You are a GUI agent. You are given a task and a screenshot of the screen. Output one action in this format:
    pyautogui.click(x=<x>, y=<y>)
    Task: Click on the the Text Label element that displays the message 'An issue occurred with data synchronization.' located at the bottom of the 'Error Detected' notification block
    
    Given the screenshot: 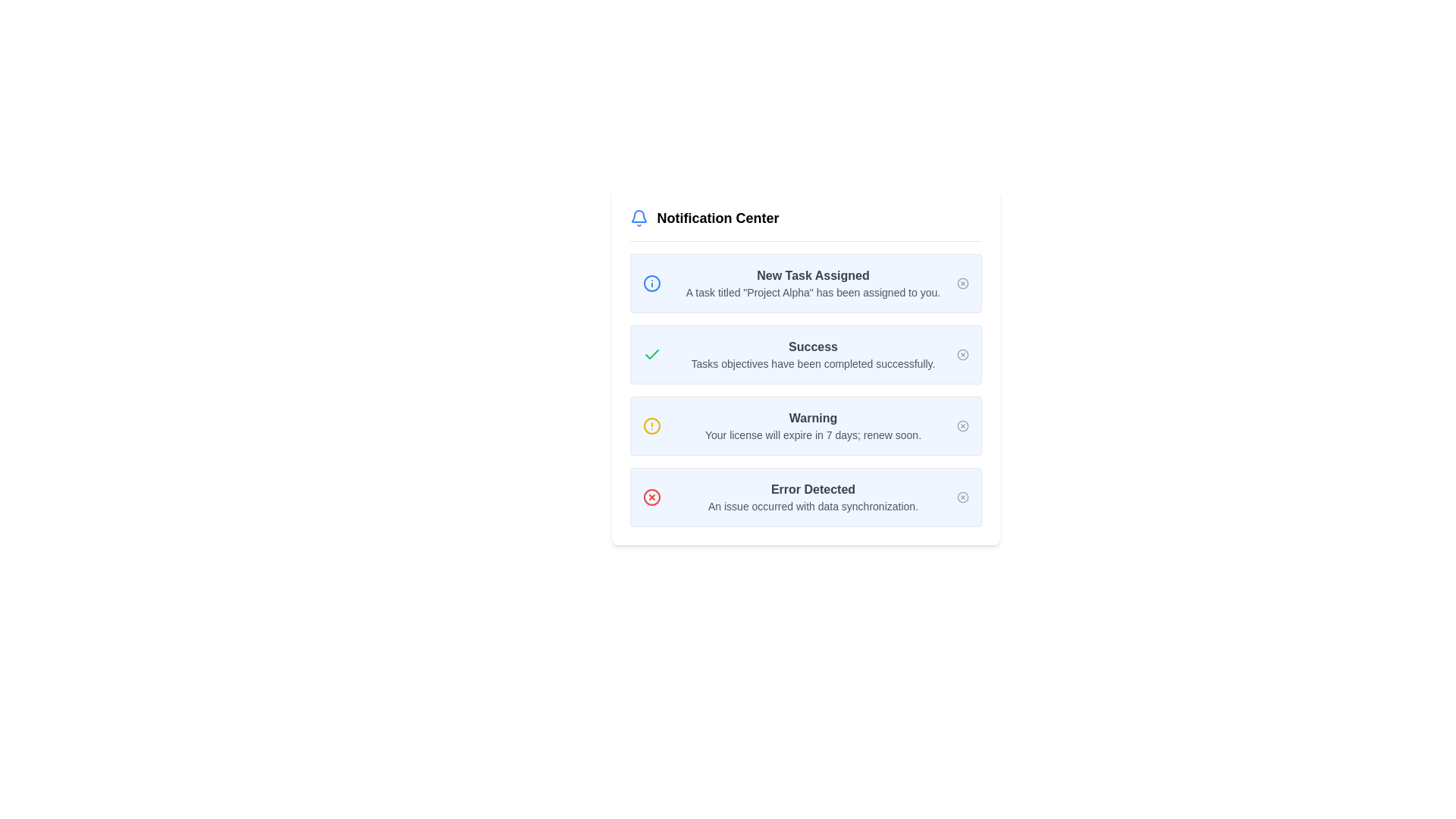 What is the action you would take?
    pyautogui.click(x=812, y=506)
    